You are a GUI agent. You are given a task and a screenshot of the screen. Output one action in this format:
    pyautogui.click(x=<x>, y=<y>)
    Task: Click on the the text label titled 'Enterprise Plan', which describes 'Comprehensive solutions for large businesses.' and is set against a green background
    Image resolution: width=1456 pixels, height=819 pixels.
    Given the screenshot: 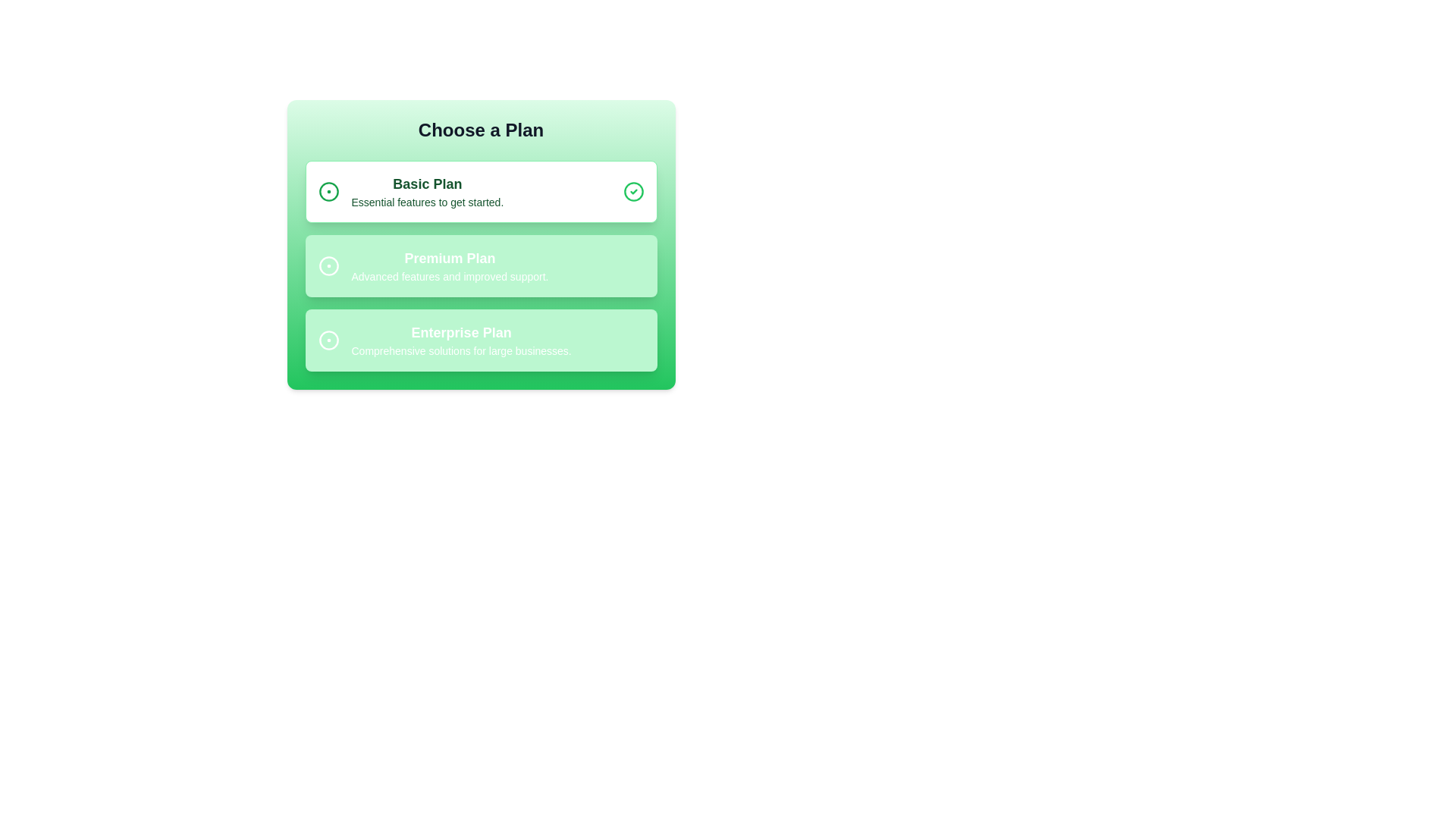 What is the action you would take?
    pyautogui.click(x=460, y=339)
    